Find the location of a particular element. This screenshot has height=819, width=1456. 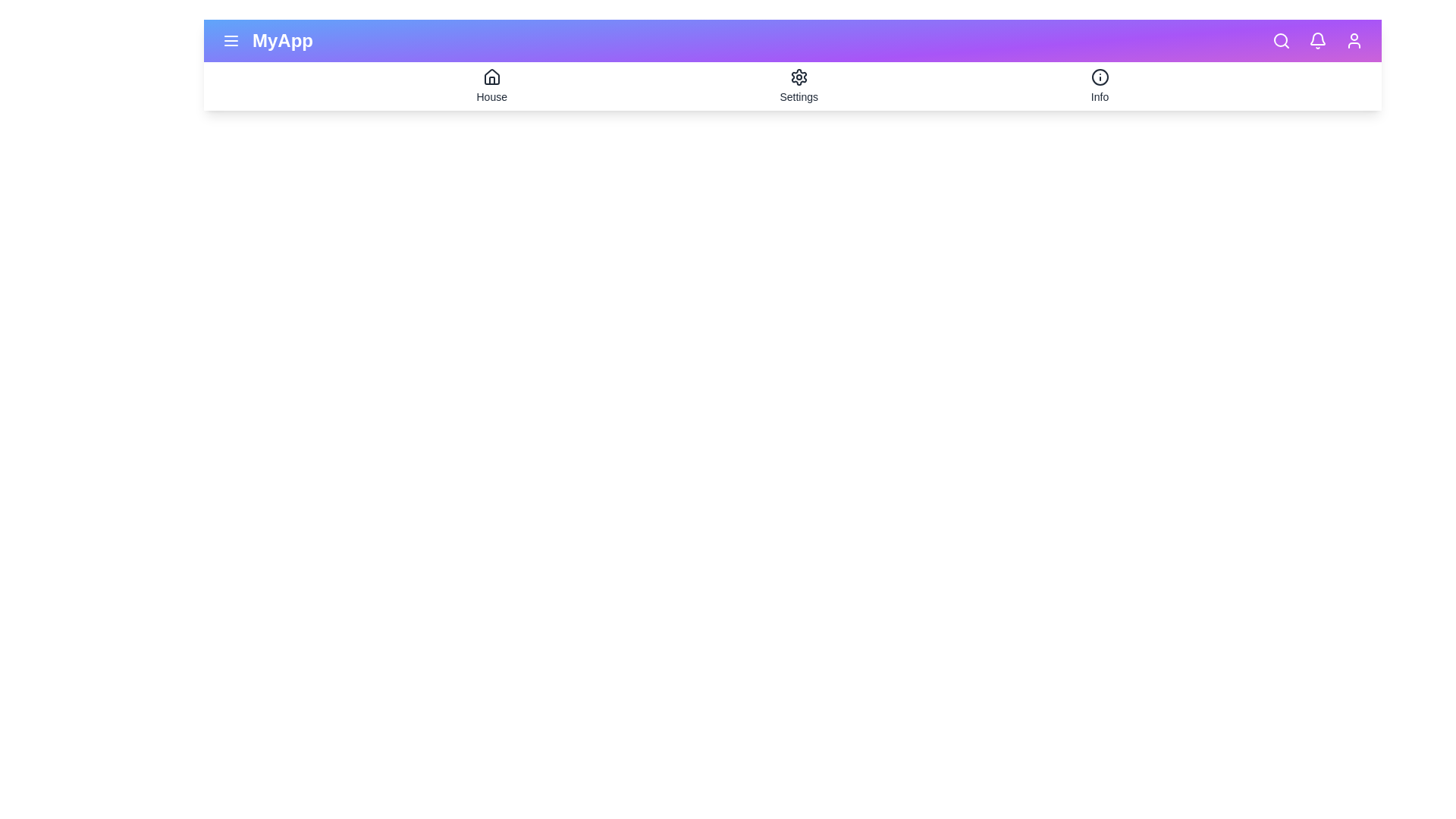

the text label House to select it is located at coordinates (491, 96).